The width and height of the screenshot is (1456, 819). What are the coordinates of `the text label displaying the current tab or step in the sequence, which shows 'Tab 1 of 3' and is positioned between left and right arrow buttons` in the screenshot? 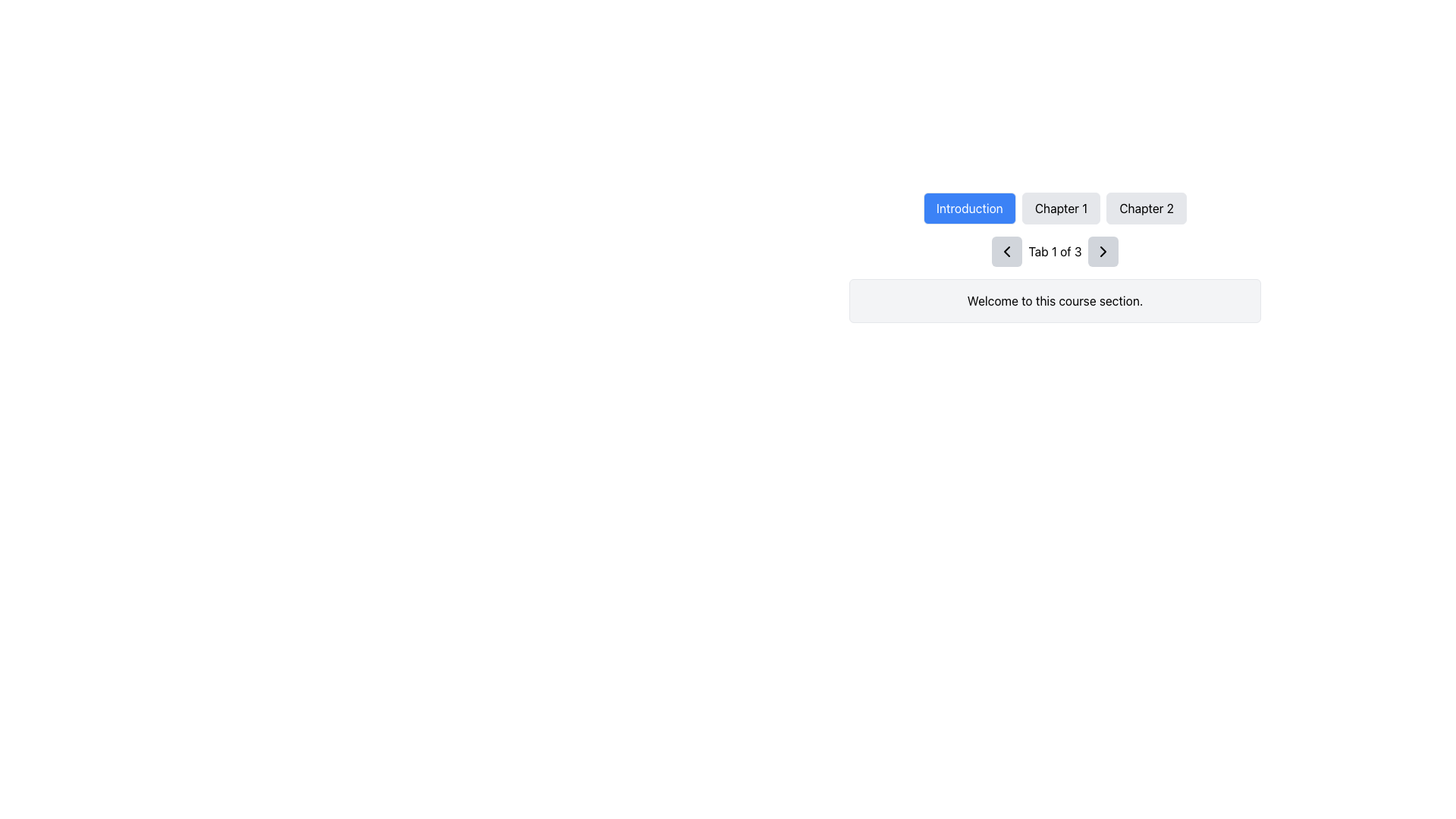 It's located at (1054, 250).